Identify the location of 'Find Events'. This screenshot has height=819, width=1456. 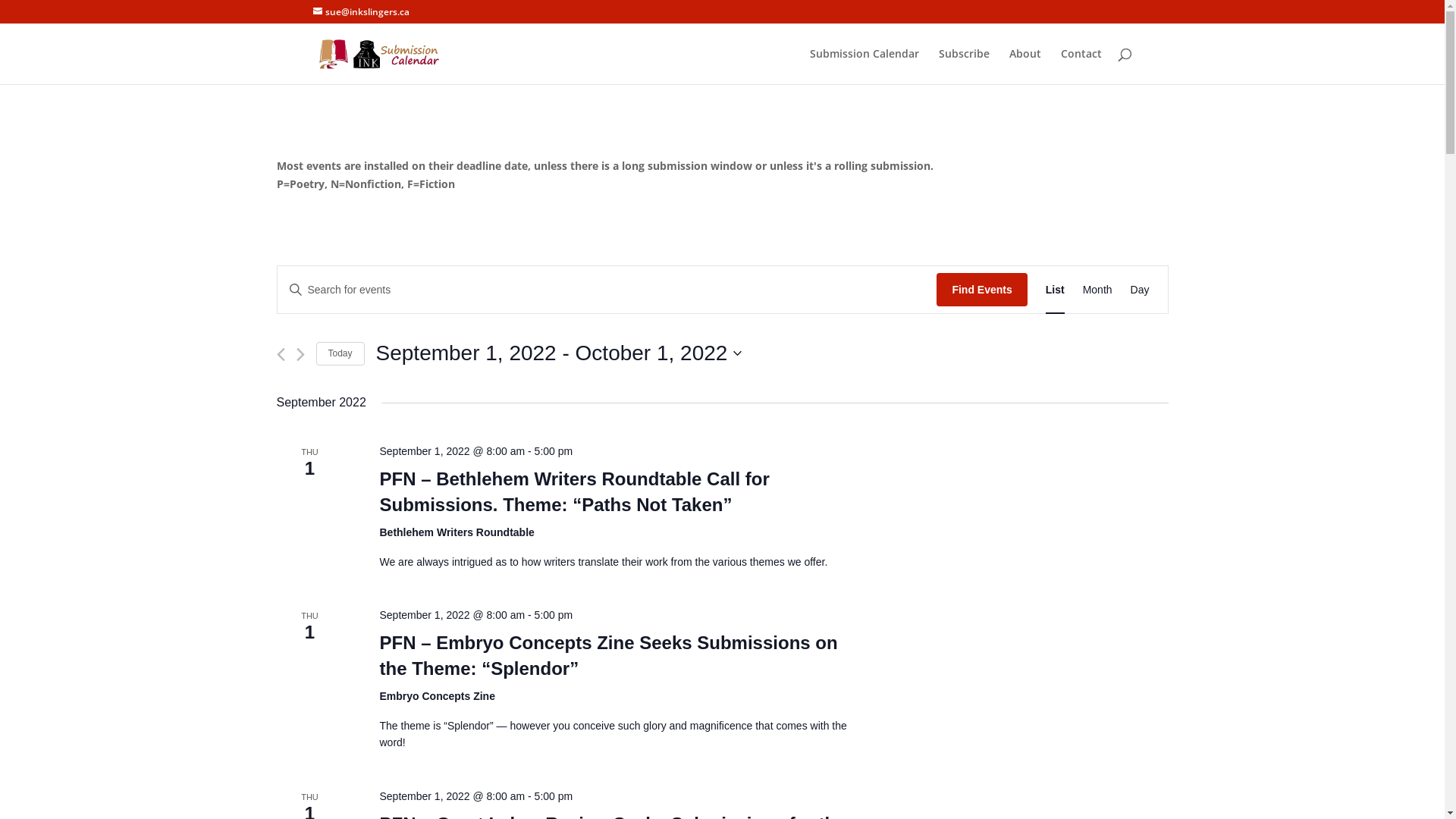
(935, 290).